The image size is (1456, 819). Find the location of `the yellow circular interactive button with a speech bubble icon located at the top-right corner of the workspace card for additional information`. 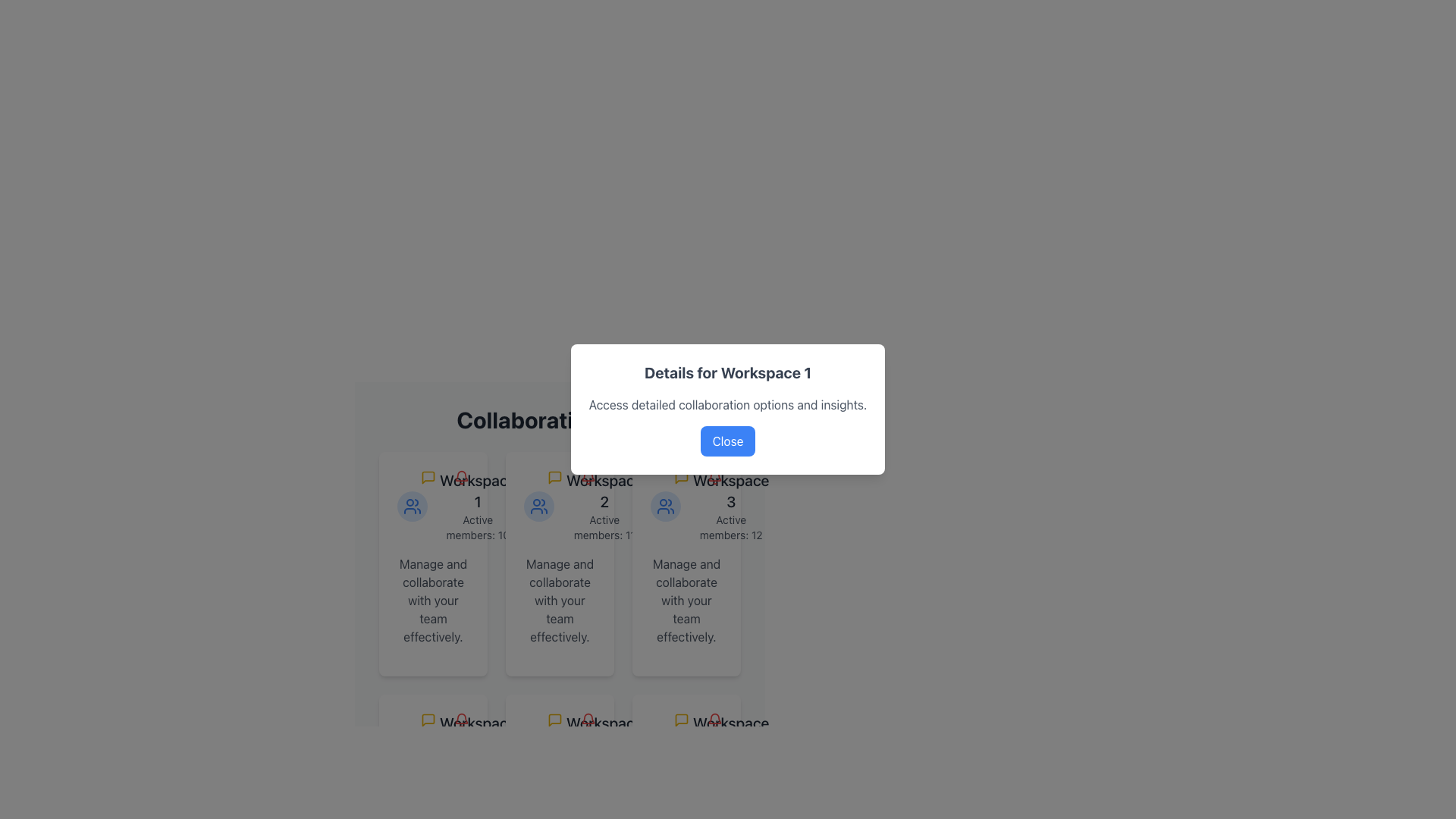

the yellow circular interactive button with a speech bubble icon located at the top-right corner of the workspace card for additional information is located at coordinates (428, 476).